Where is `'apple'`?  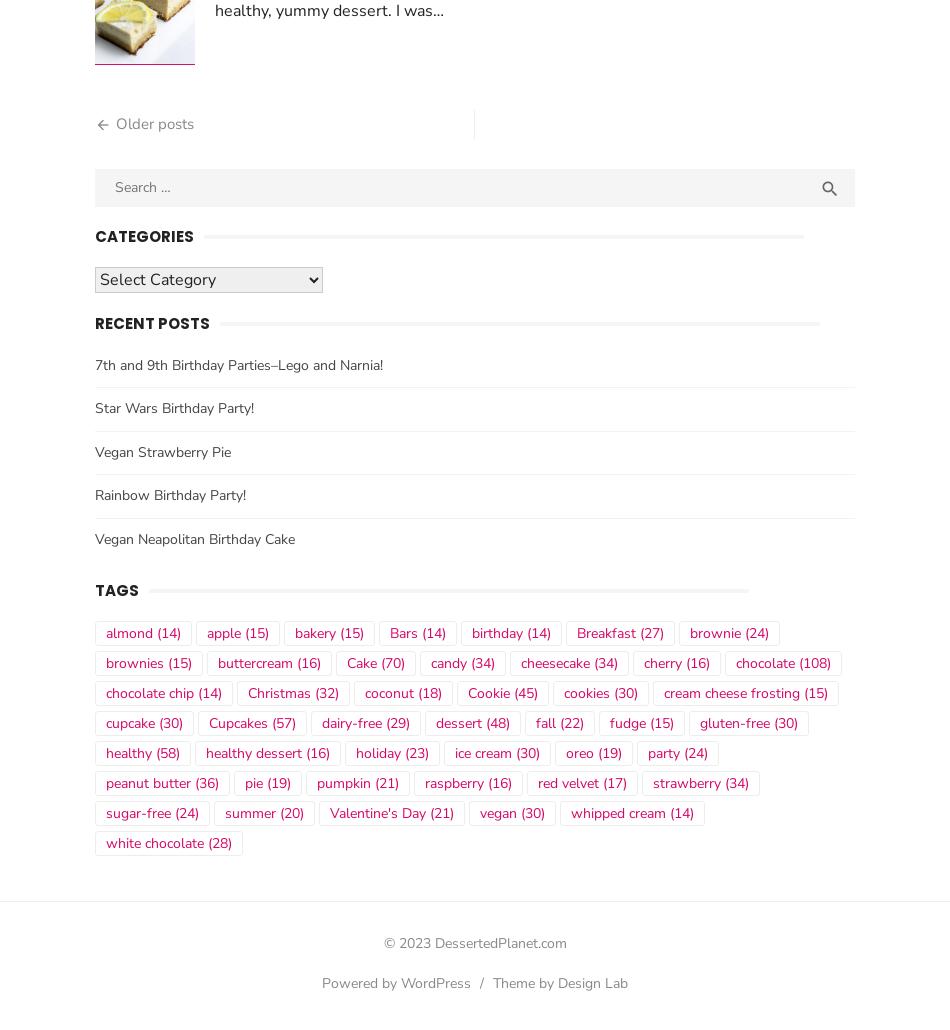
'apple' is located at coordinates (224, 638).